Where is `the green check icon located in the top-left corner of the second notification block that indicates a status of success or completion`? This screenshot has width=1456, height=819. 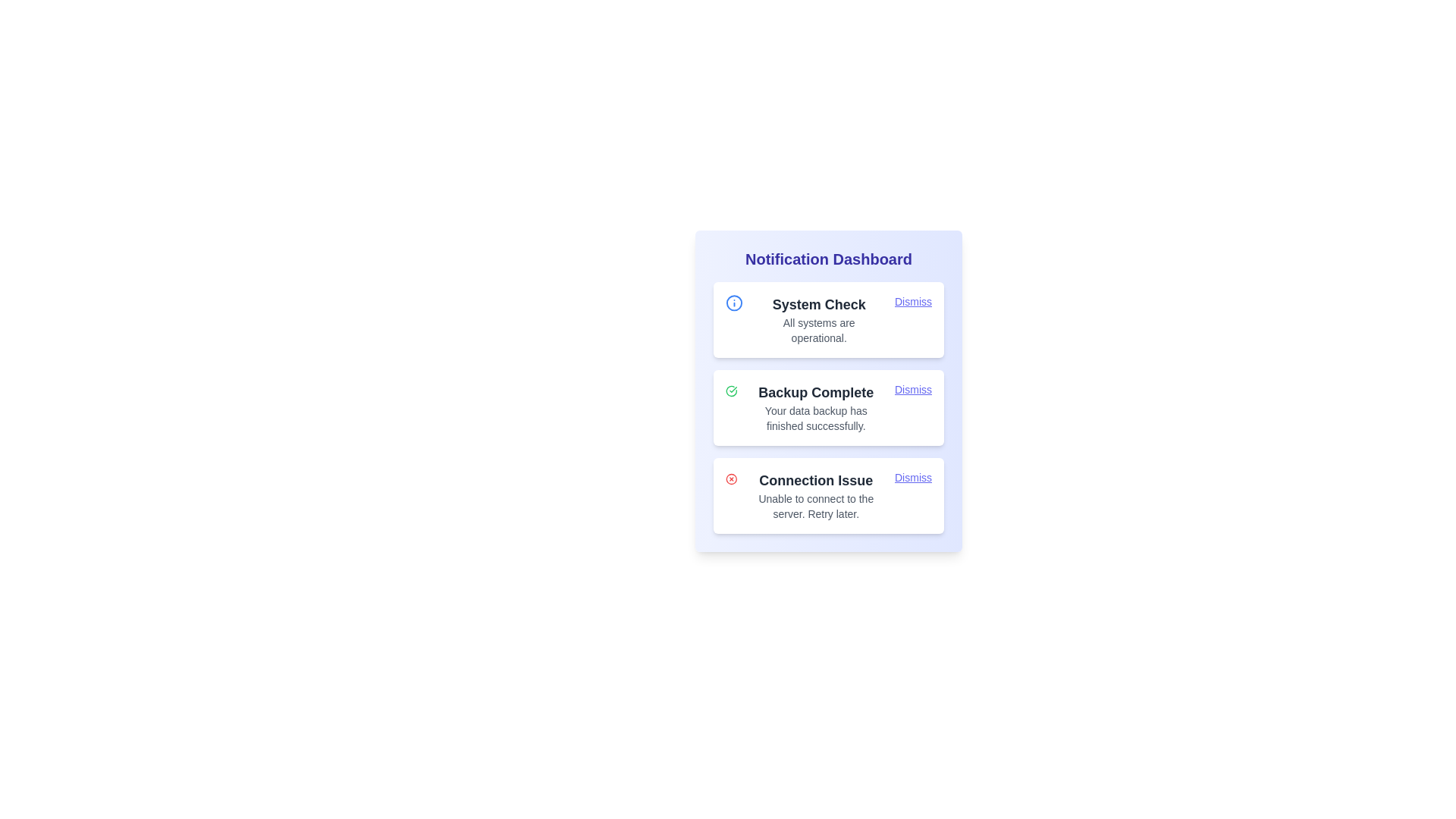
the green check icon located in the top-left corner of the second notification block that indicates a status of success or completion is located at coordinates (731, 391).